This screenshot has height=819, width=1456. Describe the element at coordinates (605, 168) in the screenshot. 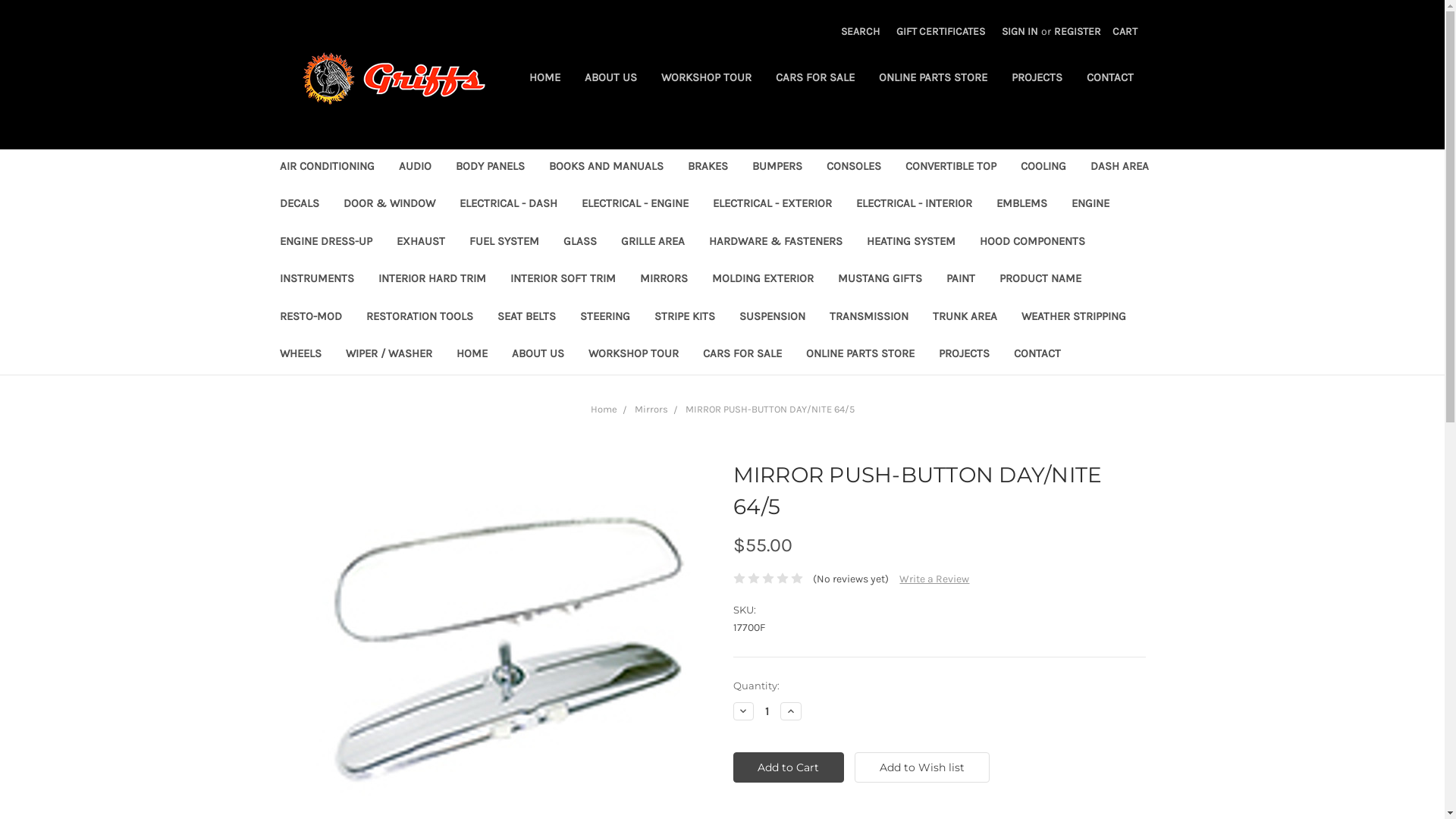

I see `'BOOKS AND MANUALS'` at that location.